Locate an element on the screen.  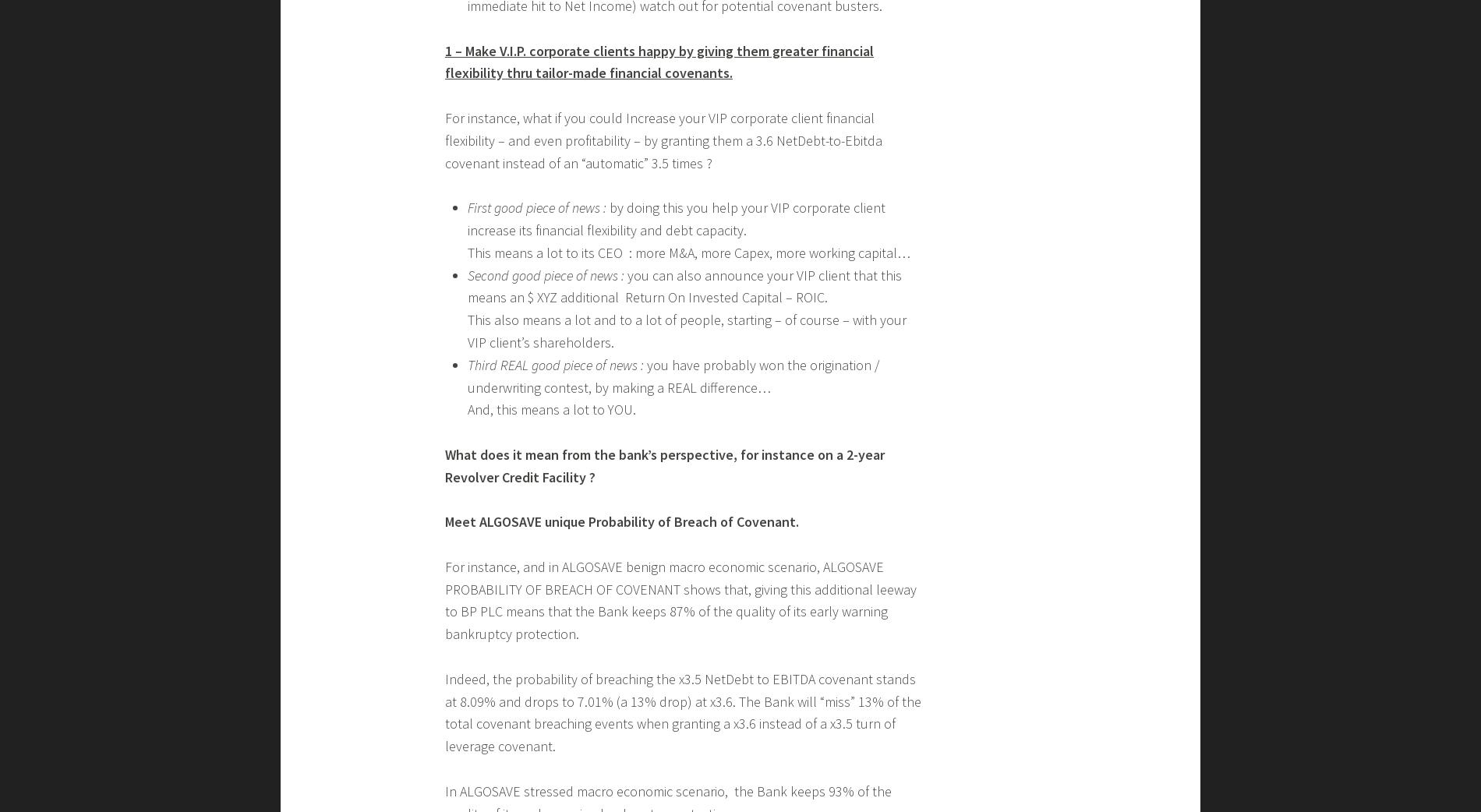
'While, at the same time (since breaching a covenant means an IFRS9-related immediate hit to Net Income) watch out for potential covenant busters.' is located at coordinates (467, 639).